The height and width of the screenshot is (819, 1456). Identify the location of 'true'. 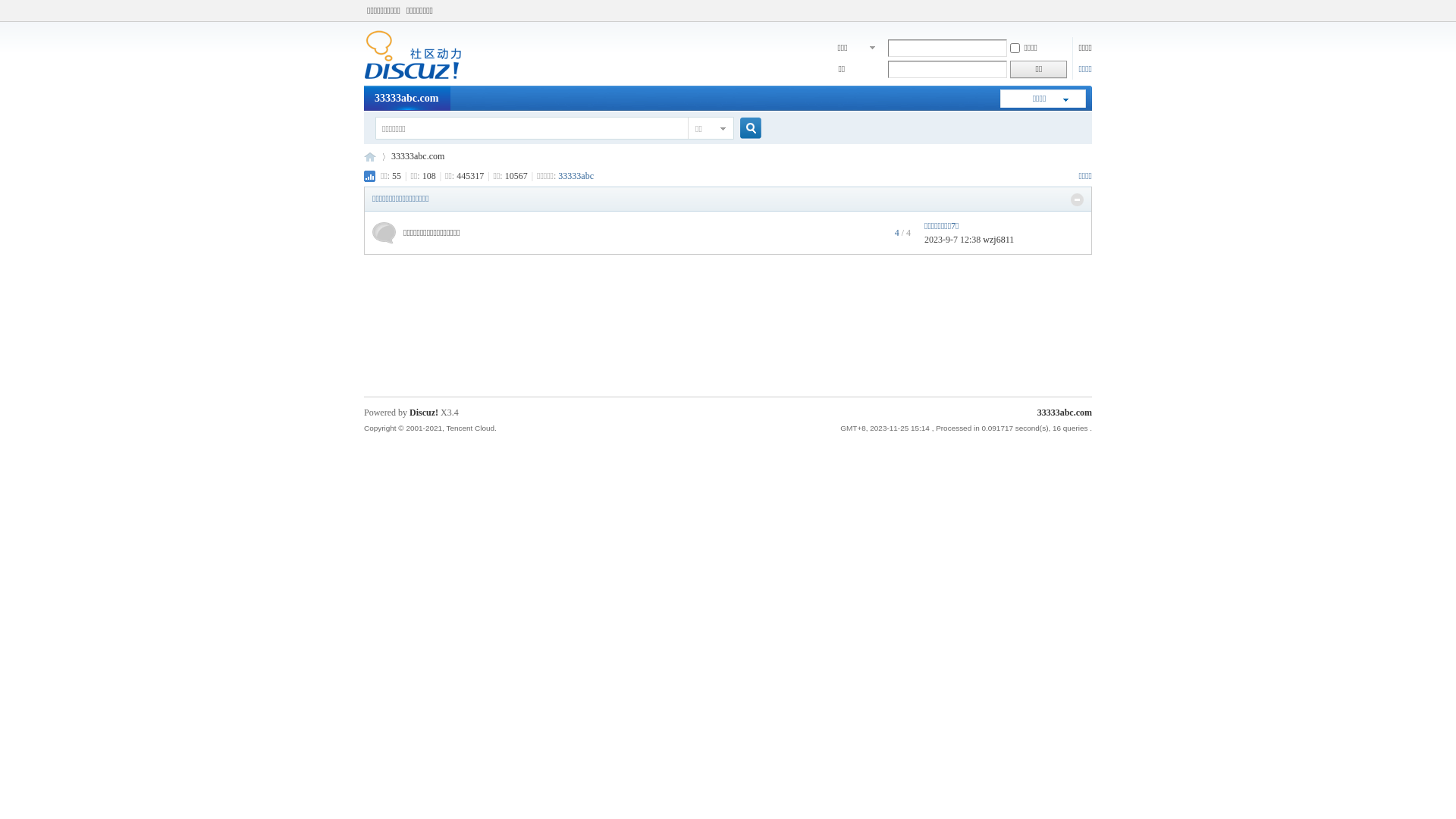
(745, 127).